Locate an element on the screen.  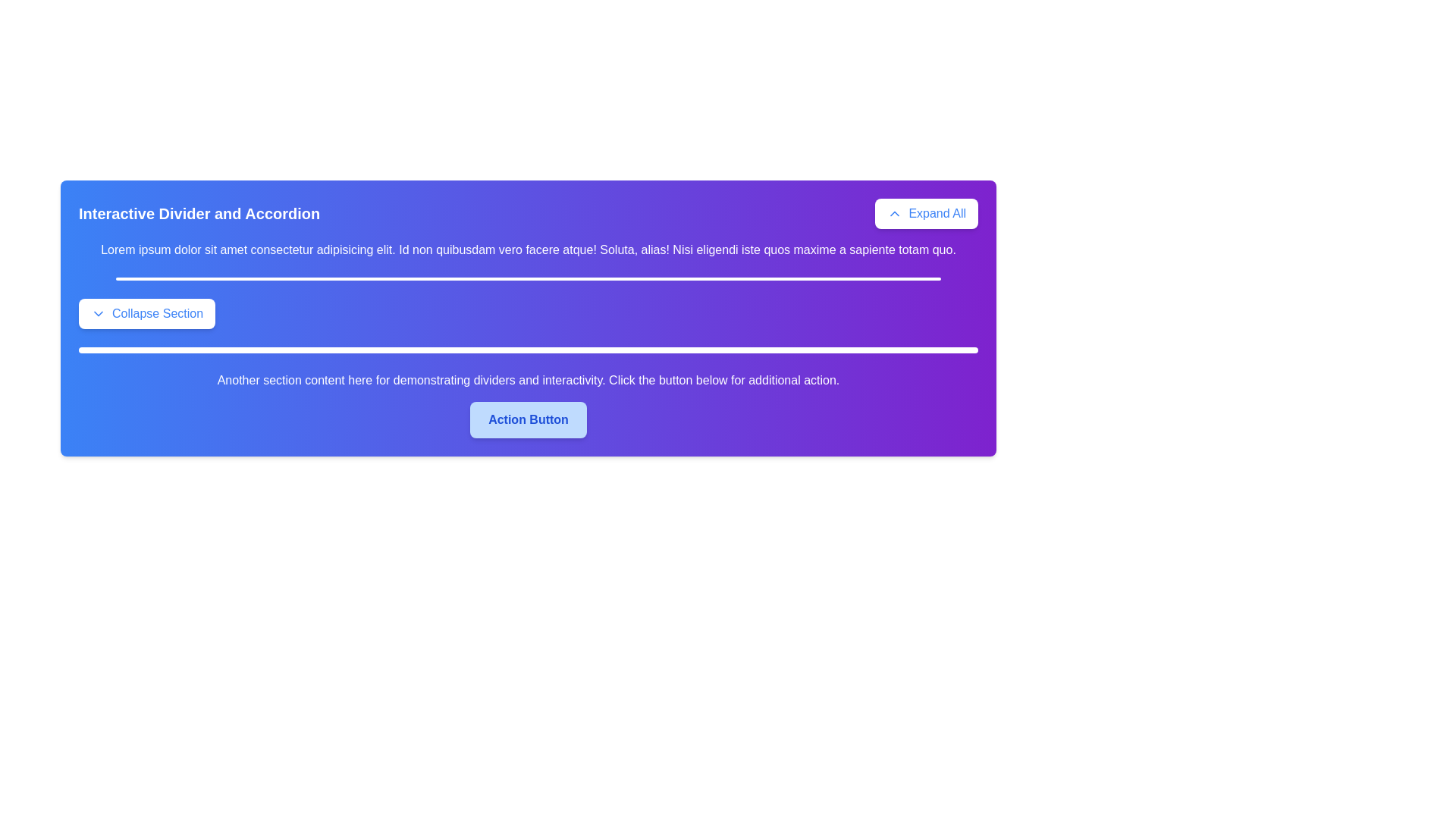
the prominently styled rectangular button labeled 'Action Button' with a light blue background is located at coordinates (528, 420).